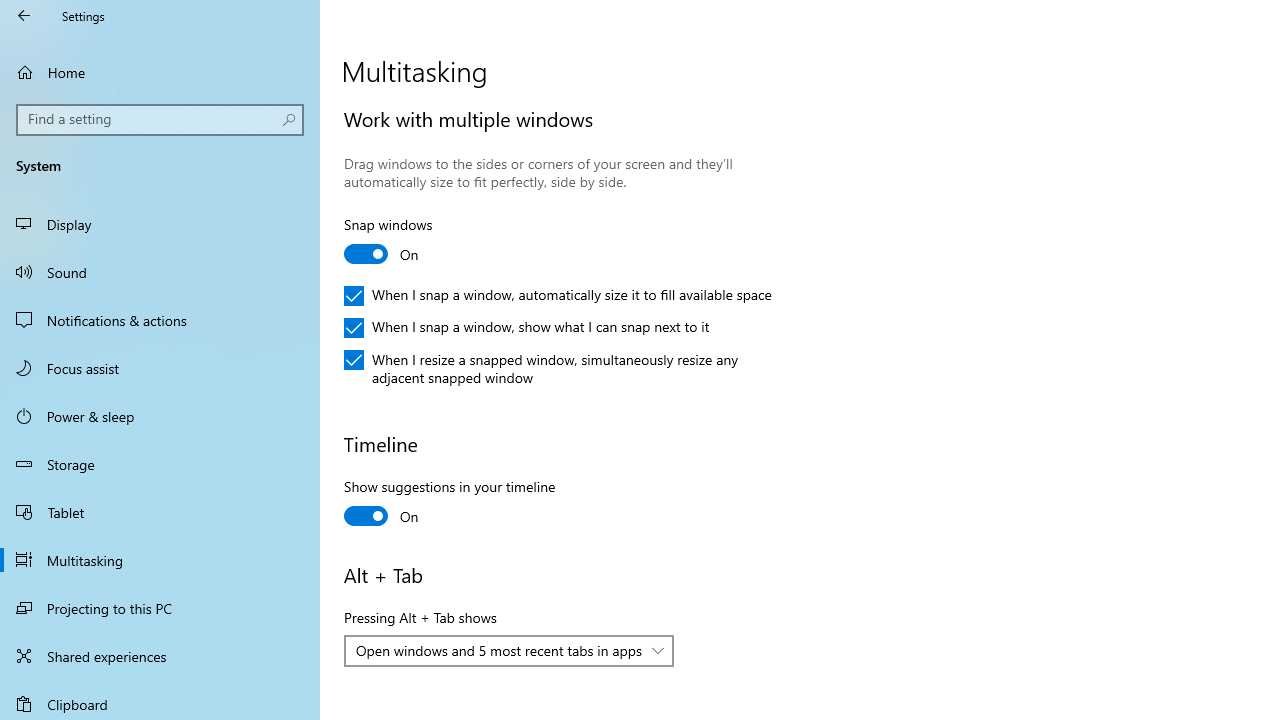 Image resolution: width=1280 pixels, height=720 pixels. What do you see at coordinates (160, 119) in the screenshot?
I see `'Search box, Find a setting'` at bounding box center [160, 119].